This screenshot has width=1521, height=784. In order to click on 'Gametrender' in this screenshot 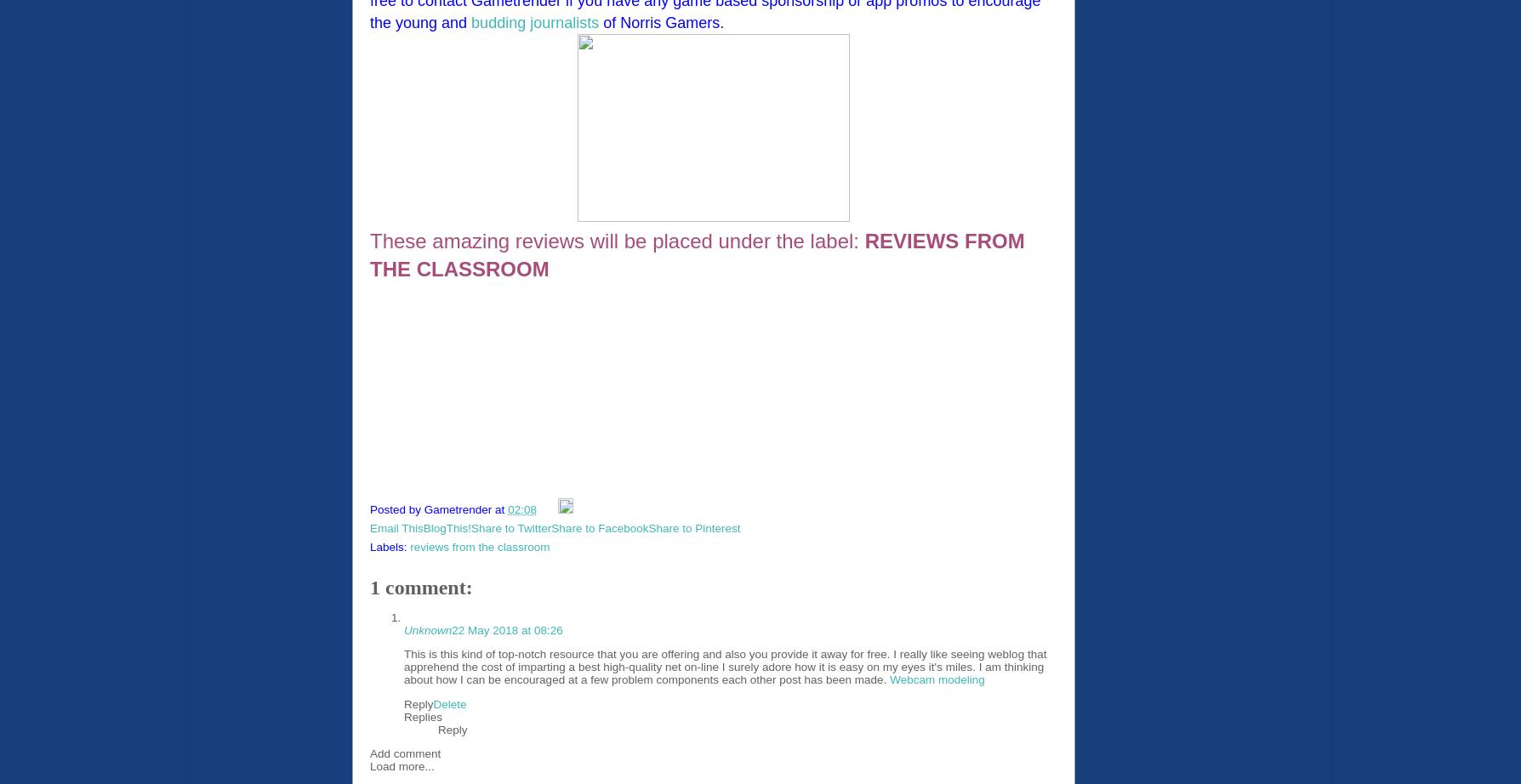, I will do `click(458, 509)`.